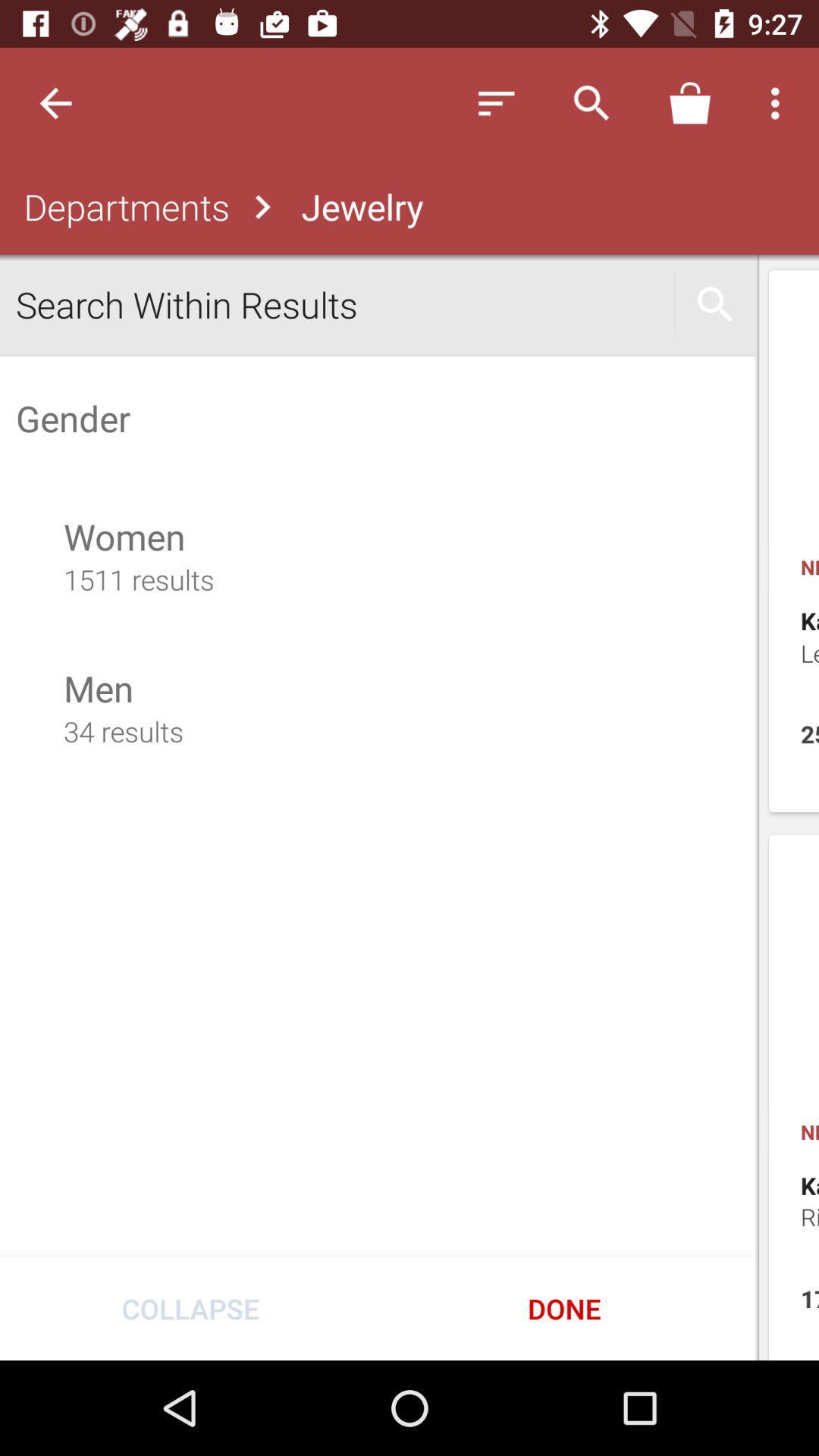 This screenshot has height=1456, width=819. Describe the element at coordinates (496, 102) in the screenshot. I see `the icon to the right of the jewelry  item` at that location.